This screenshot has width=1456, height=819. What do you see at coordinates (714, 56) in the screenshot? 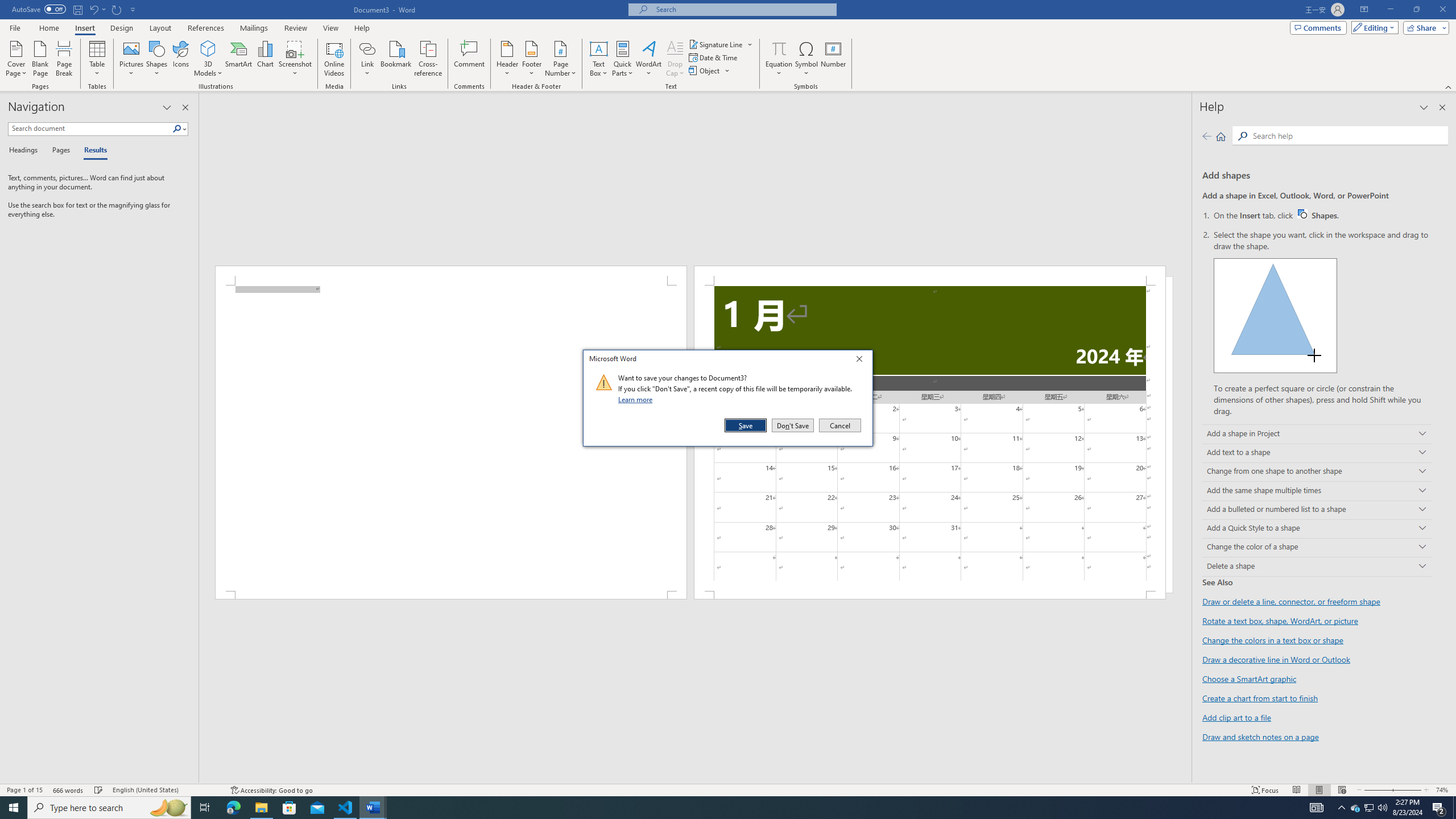
I see `'Date & Time...'` at bounding box center [714, 56].